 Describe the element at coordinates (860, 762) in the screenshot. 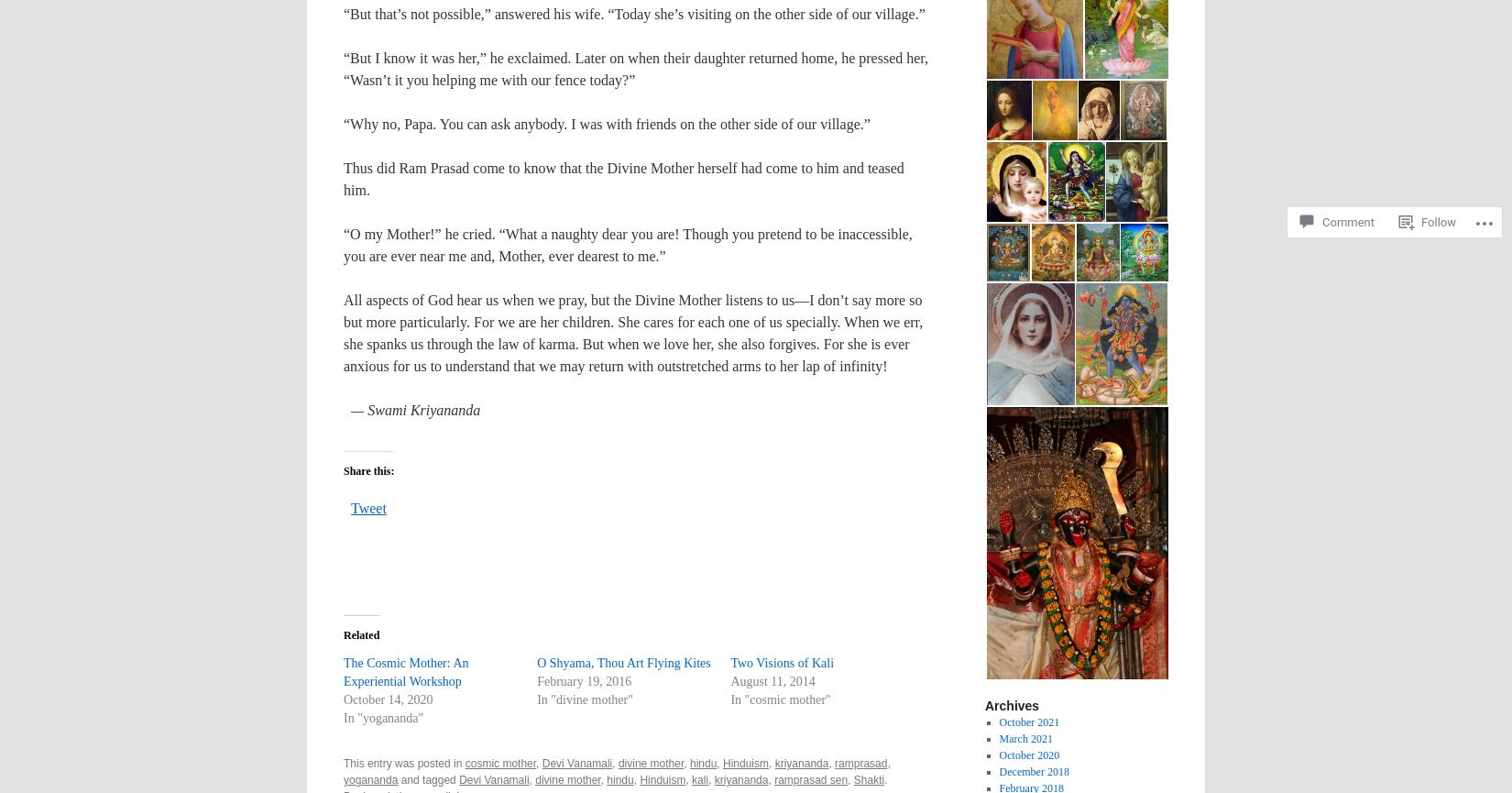

I see `'ramprasad'` at that location.